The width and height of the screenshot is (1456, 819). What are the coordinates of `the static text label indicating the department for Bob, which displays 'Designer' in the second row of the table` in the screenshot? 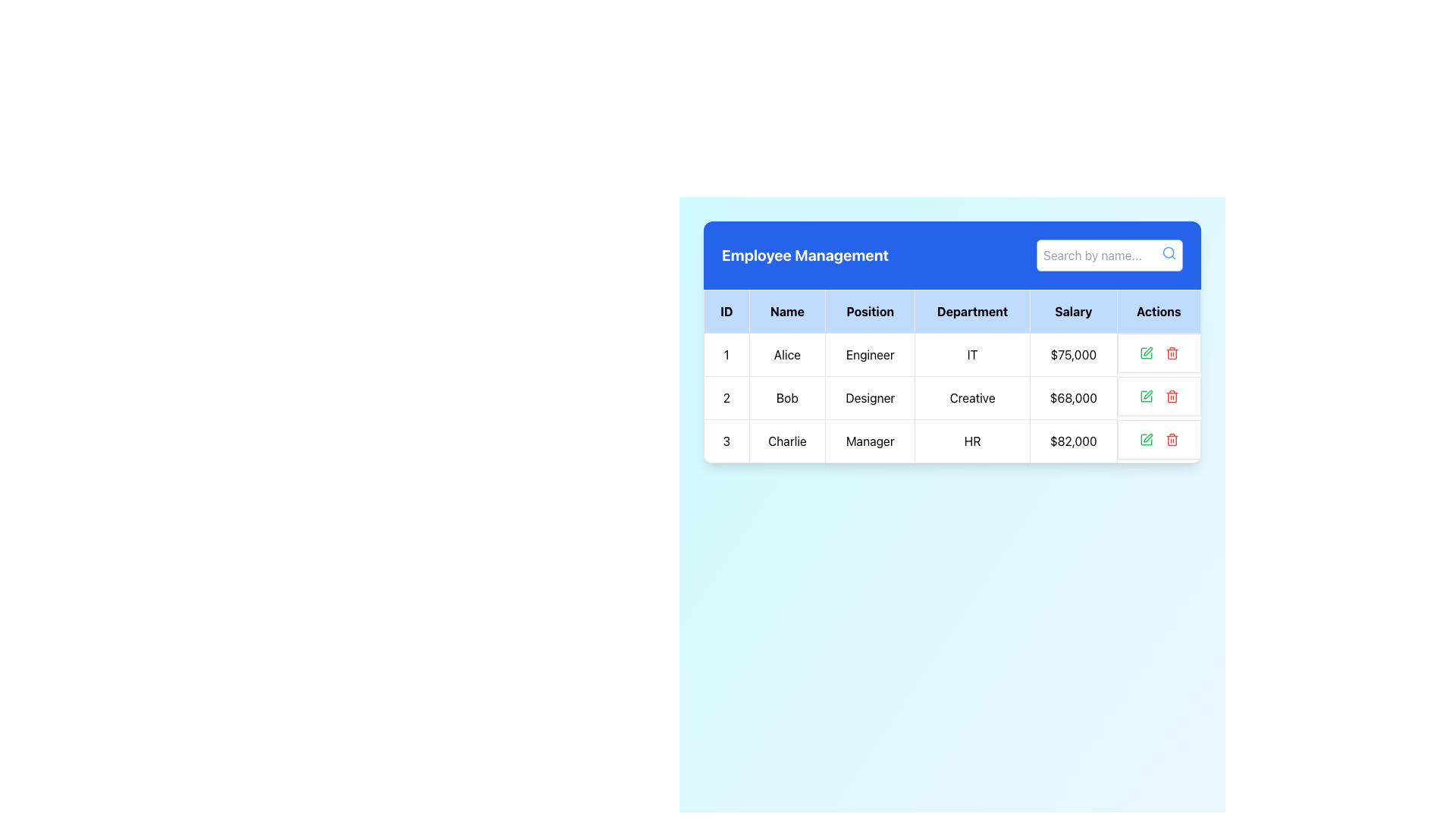 It's located at (972, 397).